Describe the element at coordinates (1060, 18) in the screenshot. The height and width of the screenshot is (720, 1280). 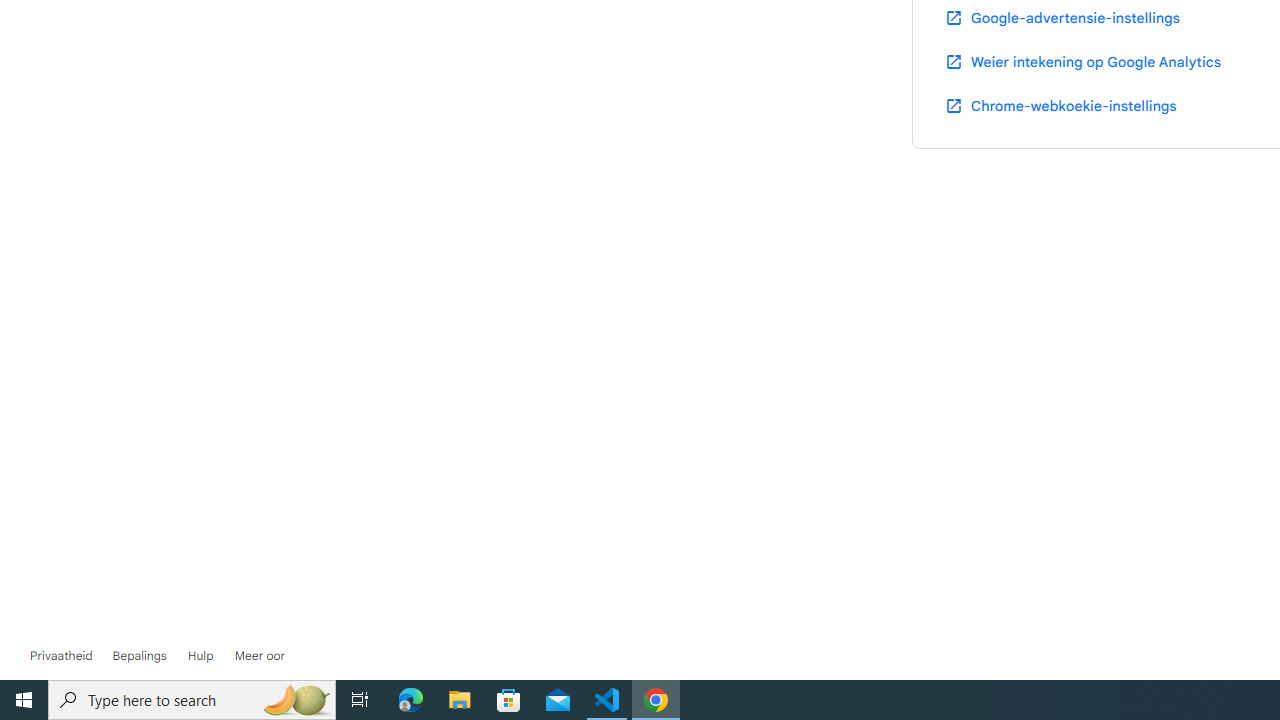
I see `'Google-advertensie-instellings'` at that location.